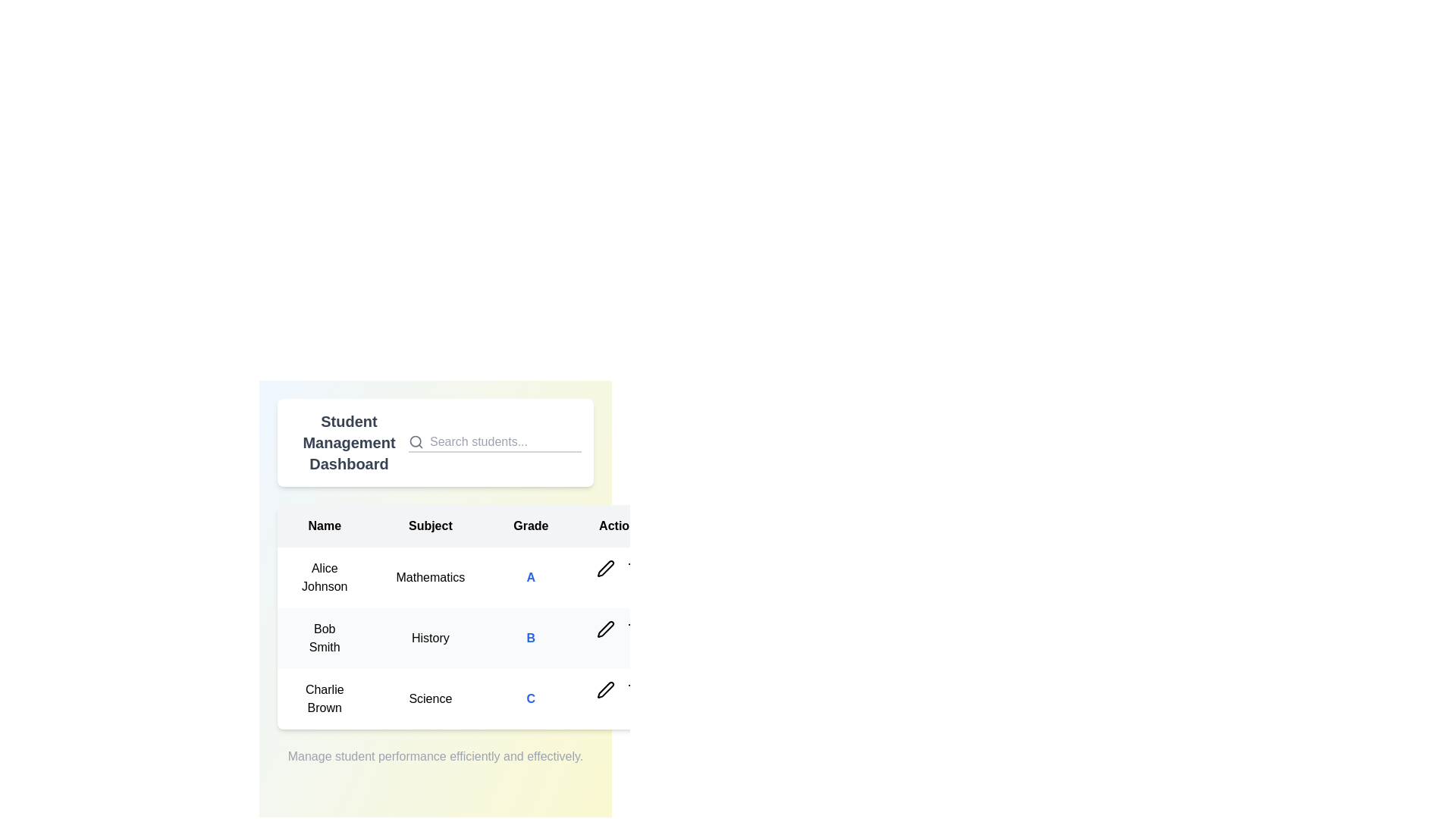  I want to click on the text input field labeled 'Search students...', so click(506, 441).